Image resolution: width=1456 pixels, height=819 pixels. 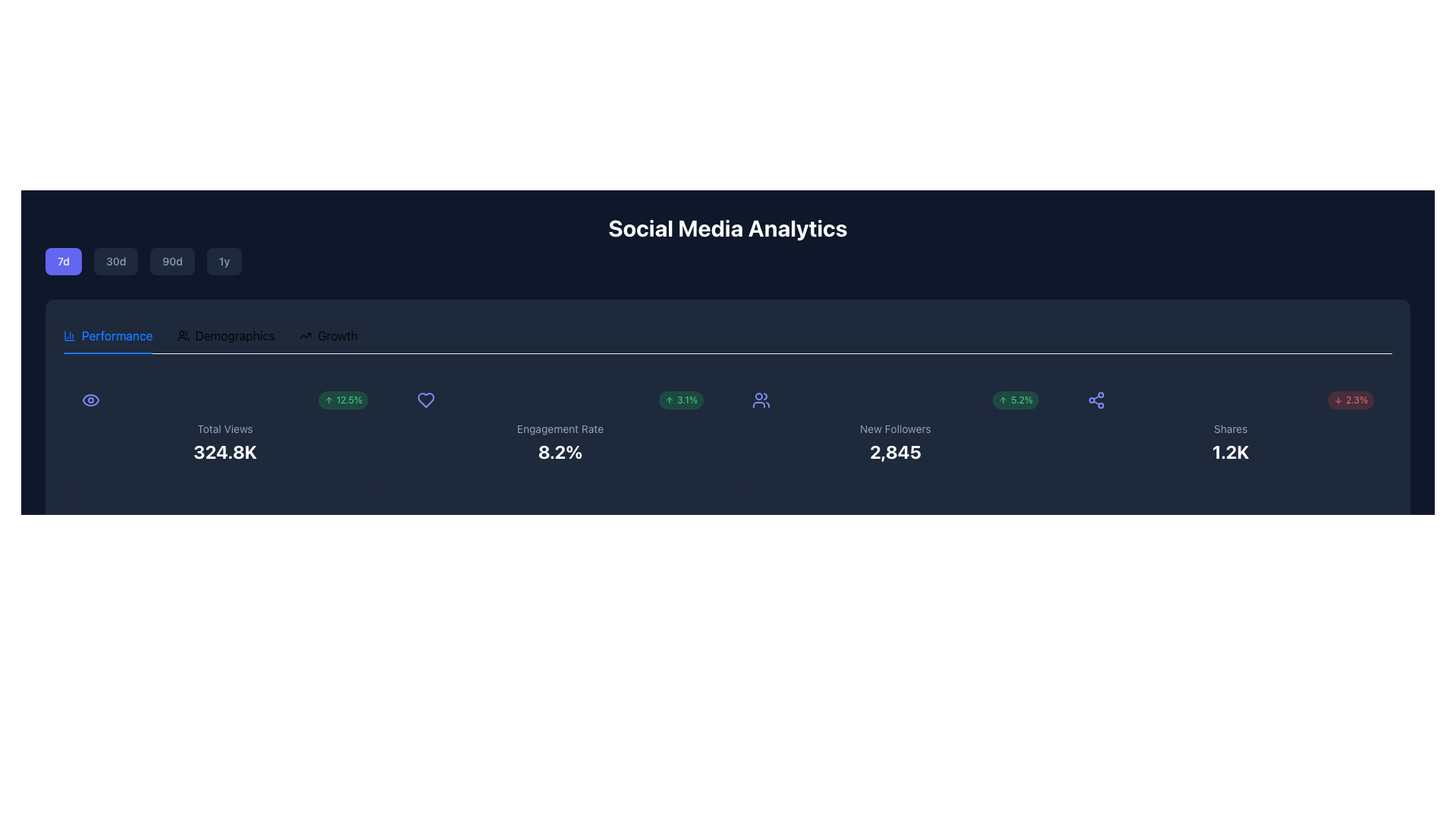 What do you see at coordinates (425, 400) in the screenshot?
I see `the heart-shaped icon outlined with a soft indigo stroke located in the 'Engagement Rate' section, positioned between 'Total Views' and 'New Followers'` at bounding box center [425, 400].